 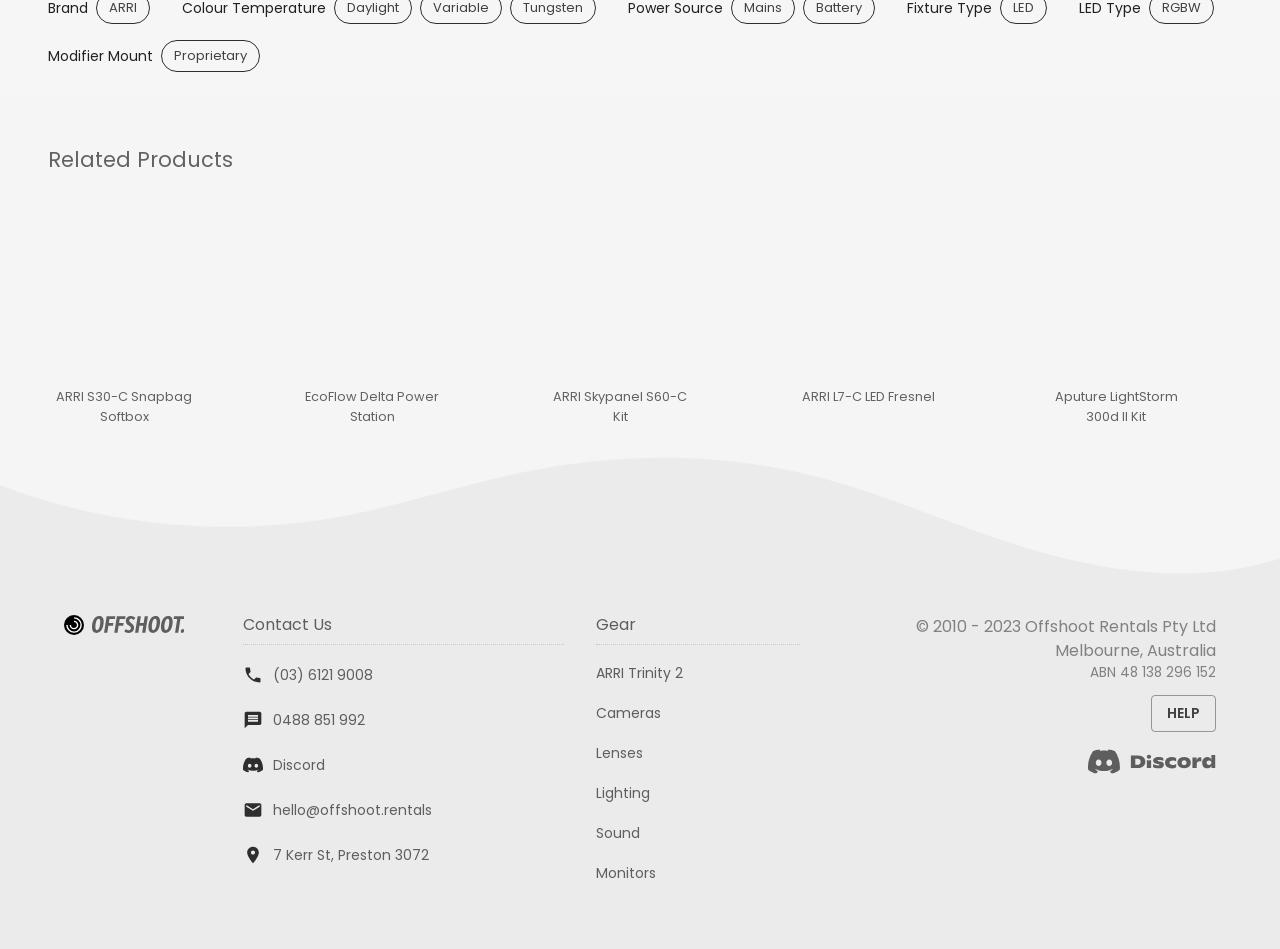 What do you see at coordinates (638, 671) in the screenshot?
I see `'ARRI Trinity 2'` at bounding box center [638, 671].